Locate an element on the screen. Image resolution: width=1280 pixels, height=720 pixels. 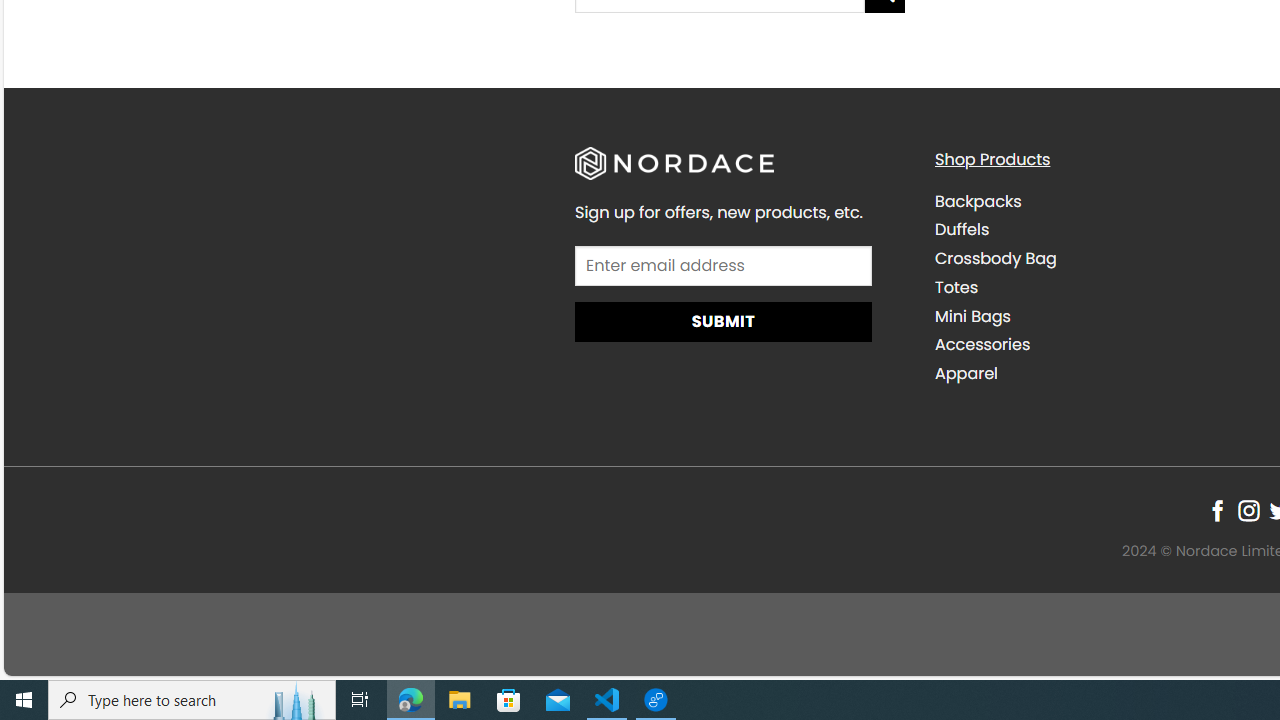
'Follow on Facebook' is located at coordinates (1216, 510).